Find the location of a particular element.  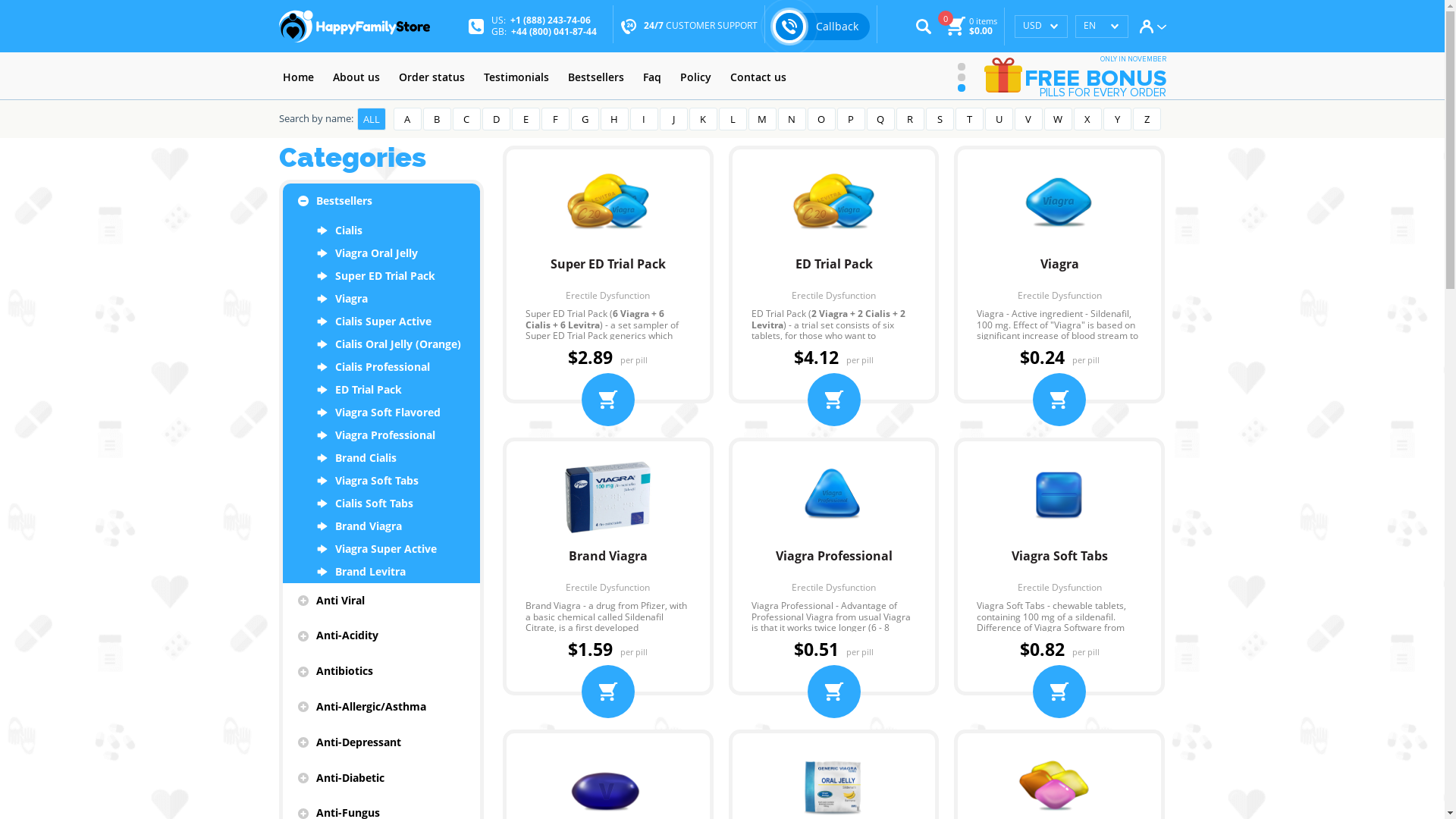

'Z' is located at coordinates (1147, 118).